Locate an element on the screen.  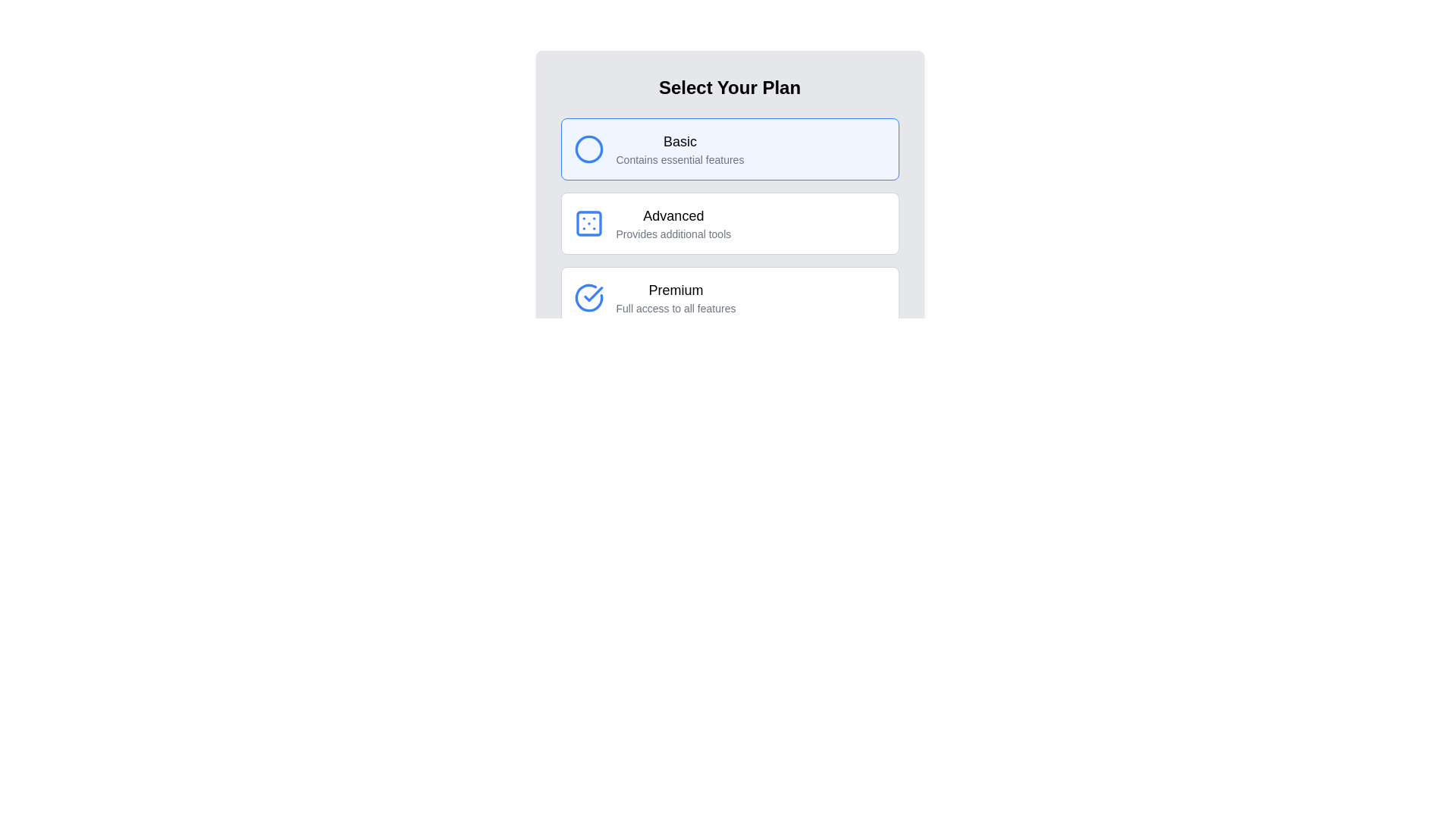
the top-left corner of the dice-shaped icon representing the 'Advanced' plan, which displays five dots is located at coordinates (588, 223).